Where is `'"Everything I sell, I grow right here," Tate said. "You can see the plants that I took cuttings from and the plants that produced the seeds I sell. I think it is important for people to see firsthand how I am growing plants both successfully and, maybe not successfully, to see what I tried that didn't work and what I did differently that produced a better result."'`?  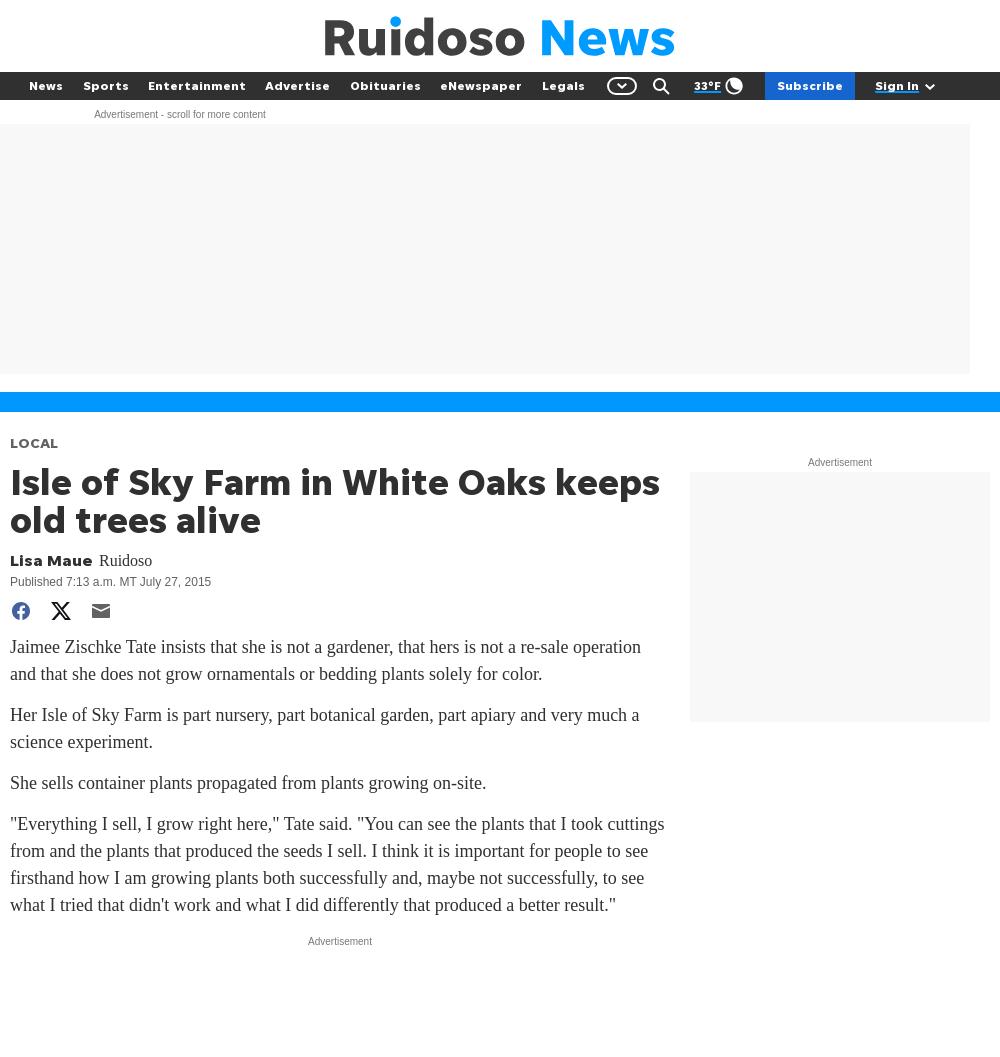 '"Everything I sell, I grow right here," Tate said. "You can see the plants that I took cuttings from and the plants that produced the seeds I sell. I think it is important for people to see firsthand how I am growing plants both successfully and, maybe not successfully, to see what I tried that didn't work and what I did differently that produced a better result."' is located at coordinates (336, 863).